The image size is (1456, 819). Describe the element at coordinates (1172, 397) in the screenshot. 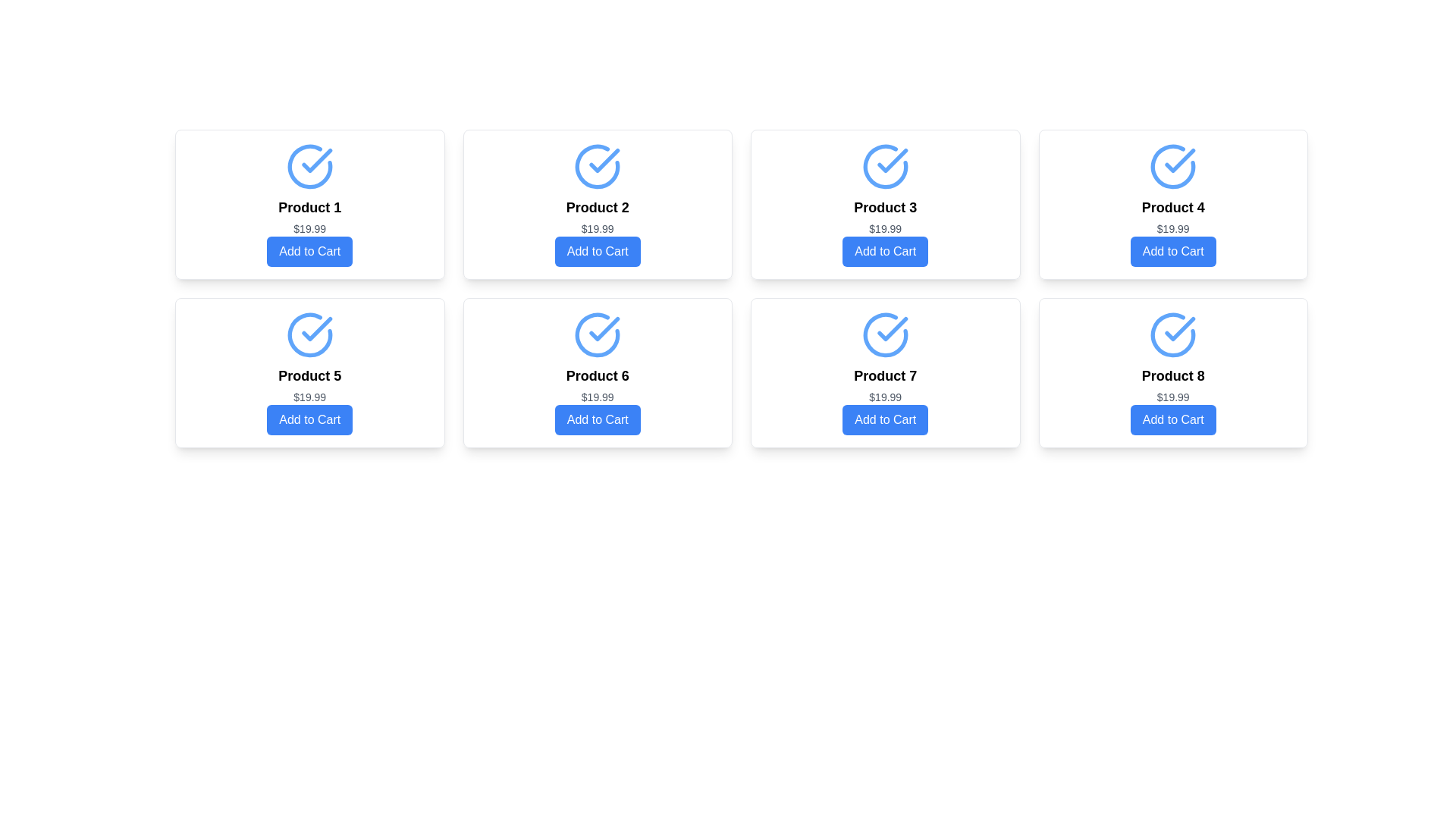

I see `text displaying the price "$19.99" located in the product card for "Product 8", positioned below the product title and above the "Add to Cart" button` at that location.